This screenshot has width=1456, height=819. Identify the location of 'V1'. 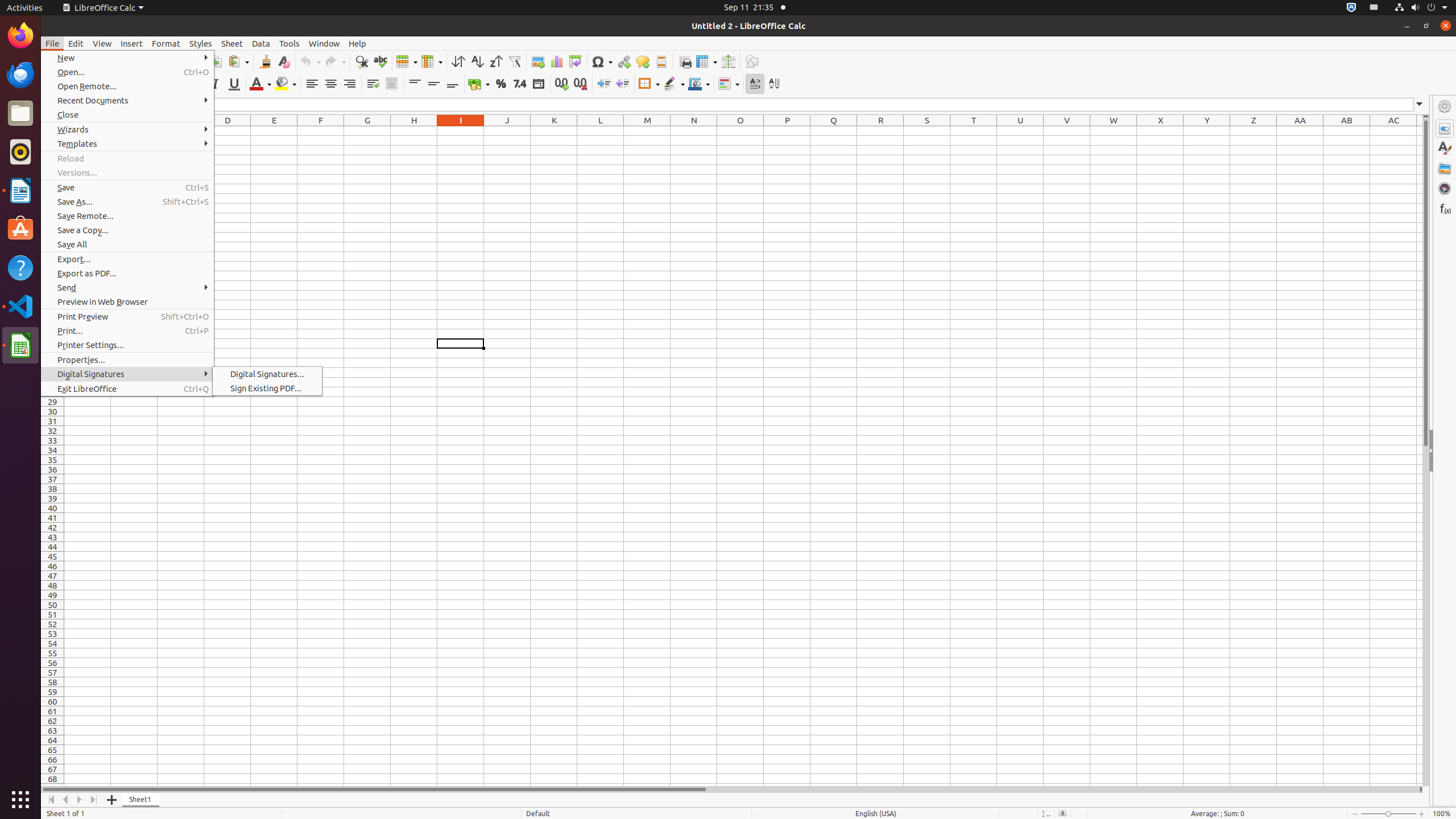
(1066, 130).